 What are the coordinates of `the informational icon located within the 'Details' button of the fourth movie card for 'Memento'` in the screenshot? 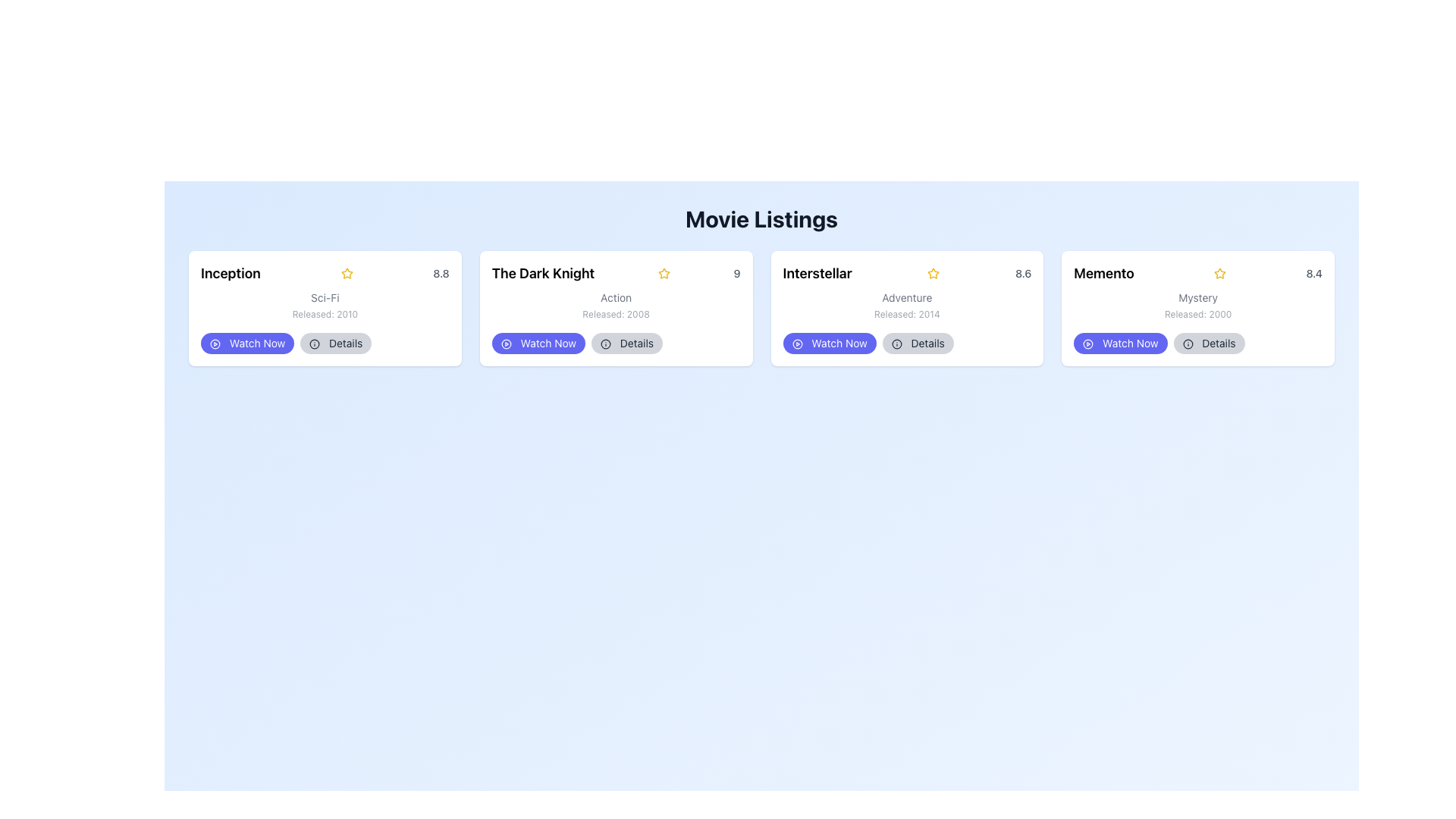 It's located at (1187, 344).